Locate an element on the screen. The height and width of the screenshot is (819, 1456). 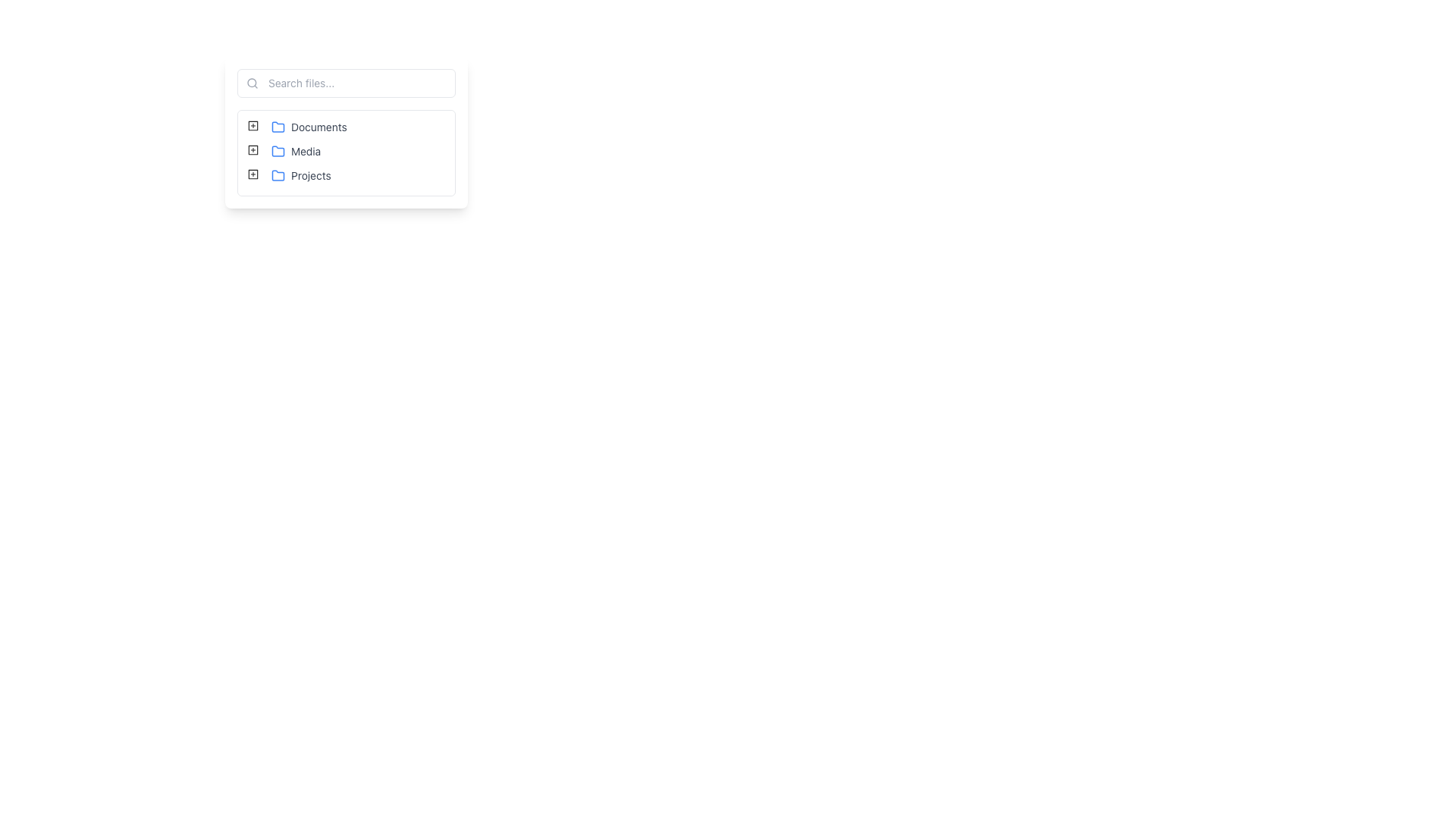
the '+' icon of the 'Media' tree item node is located at coordinates (285, 152).